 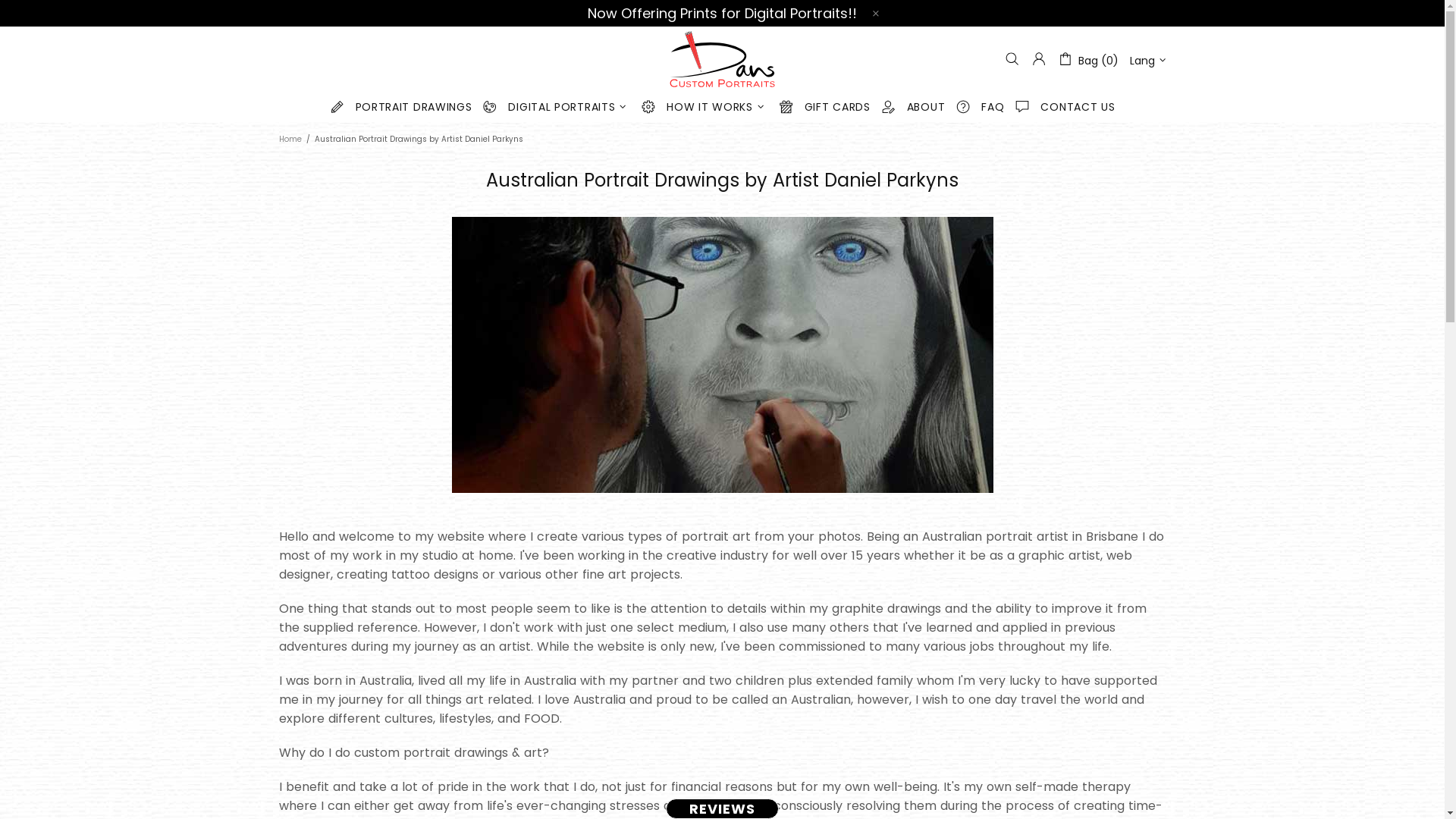 I want to click on 'Home', so click(x=290, y=140).